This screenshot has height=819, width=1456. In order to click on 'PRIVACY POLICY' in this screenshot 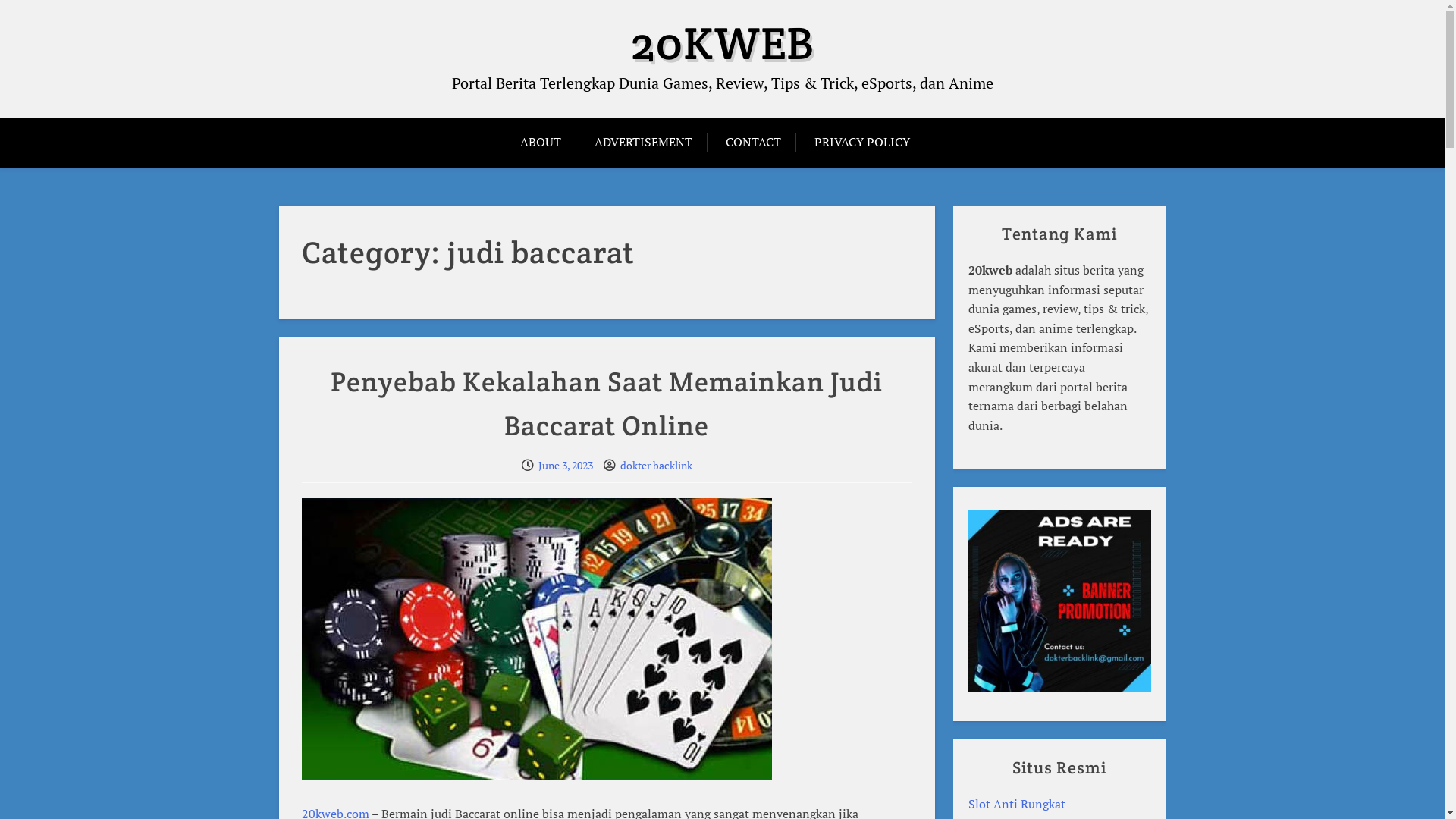, I will do `click(799, 143)`.